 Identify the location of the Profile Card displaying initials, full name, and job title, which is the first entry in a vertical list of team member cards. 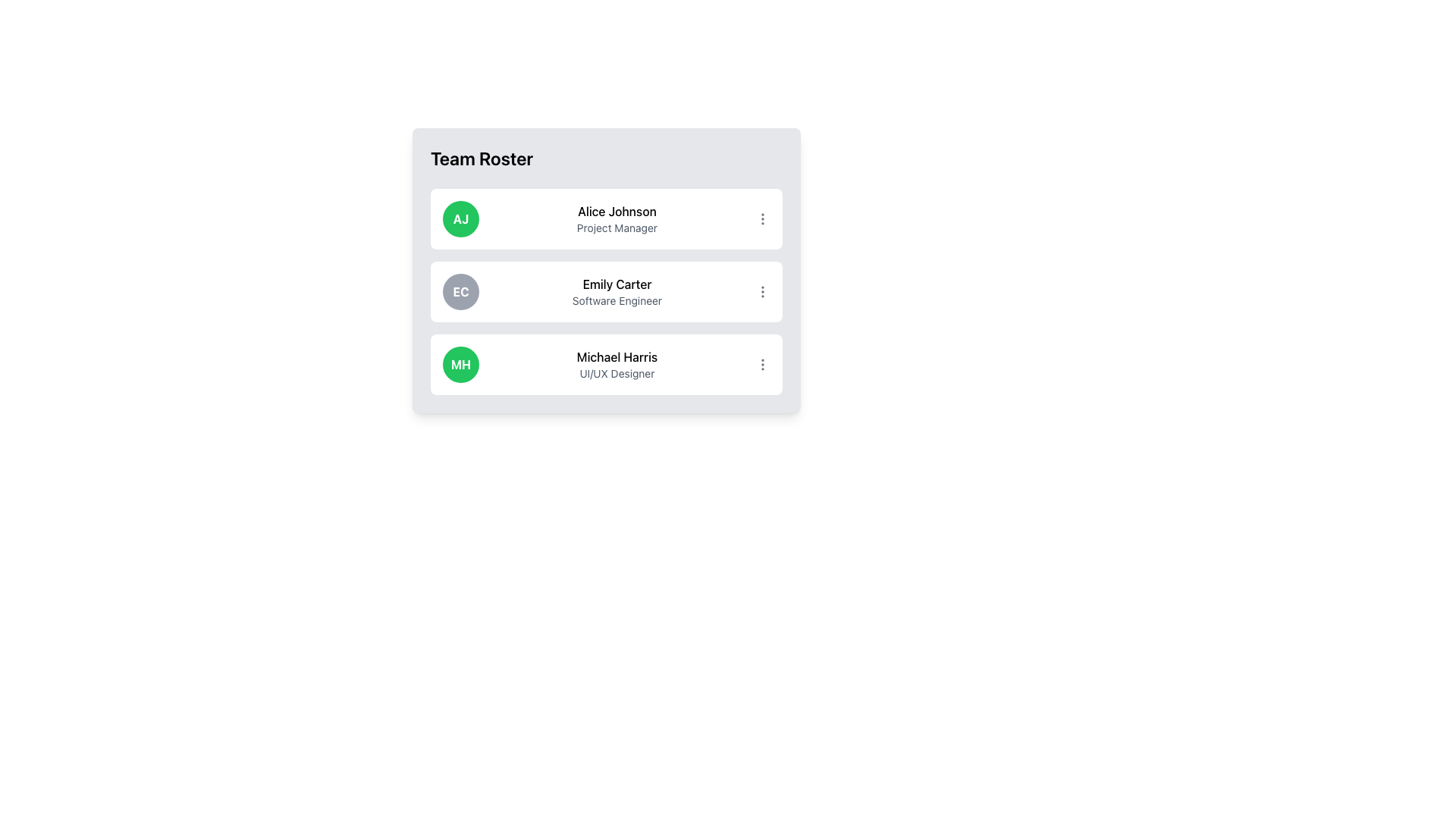
(607, 219).